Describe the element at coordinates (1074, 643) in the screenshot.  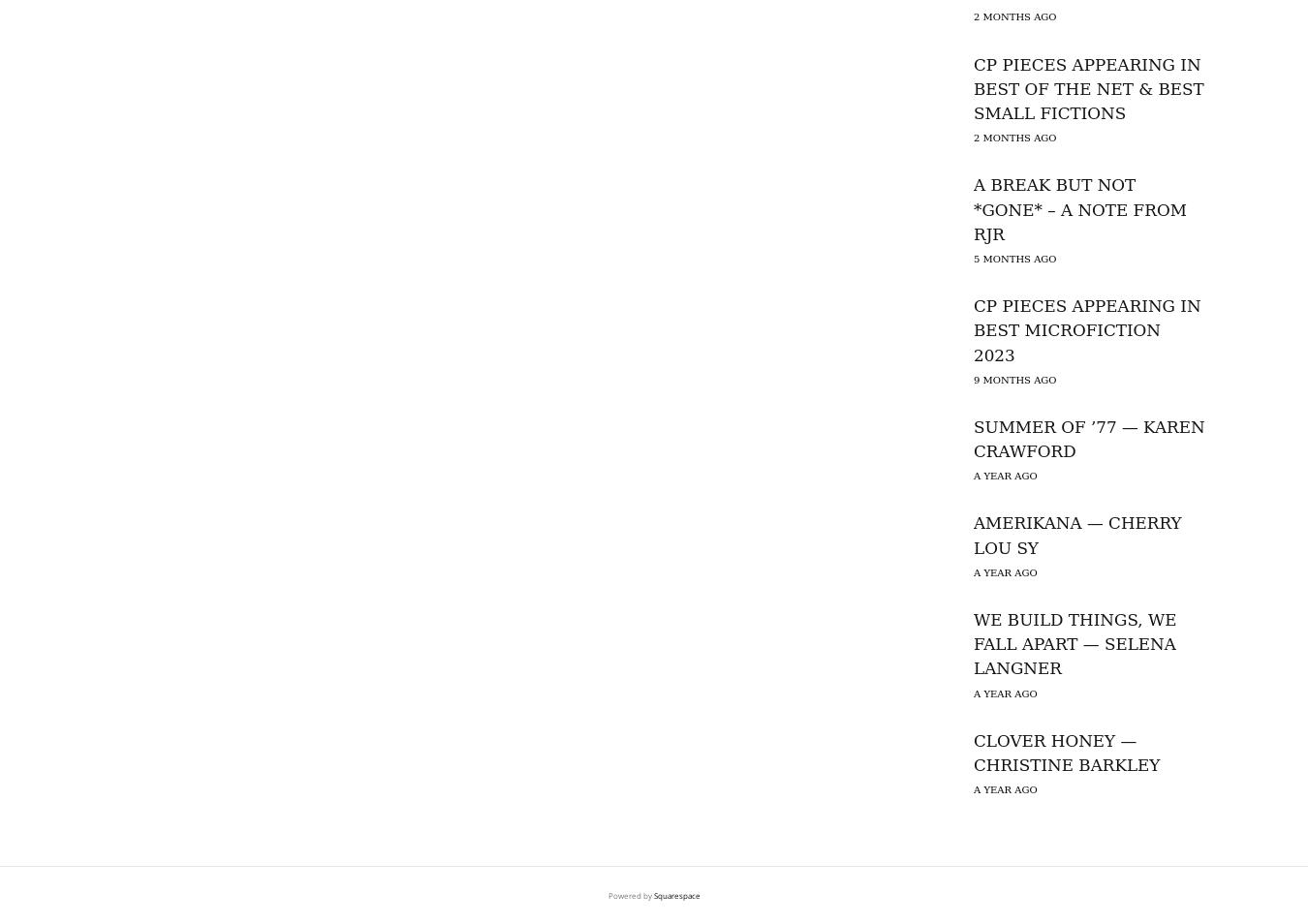
I see `'WE BUILD THINGS, WE FALL APART — SELENA LANGNER'` at that location.